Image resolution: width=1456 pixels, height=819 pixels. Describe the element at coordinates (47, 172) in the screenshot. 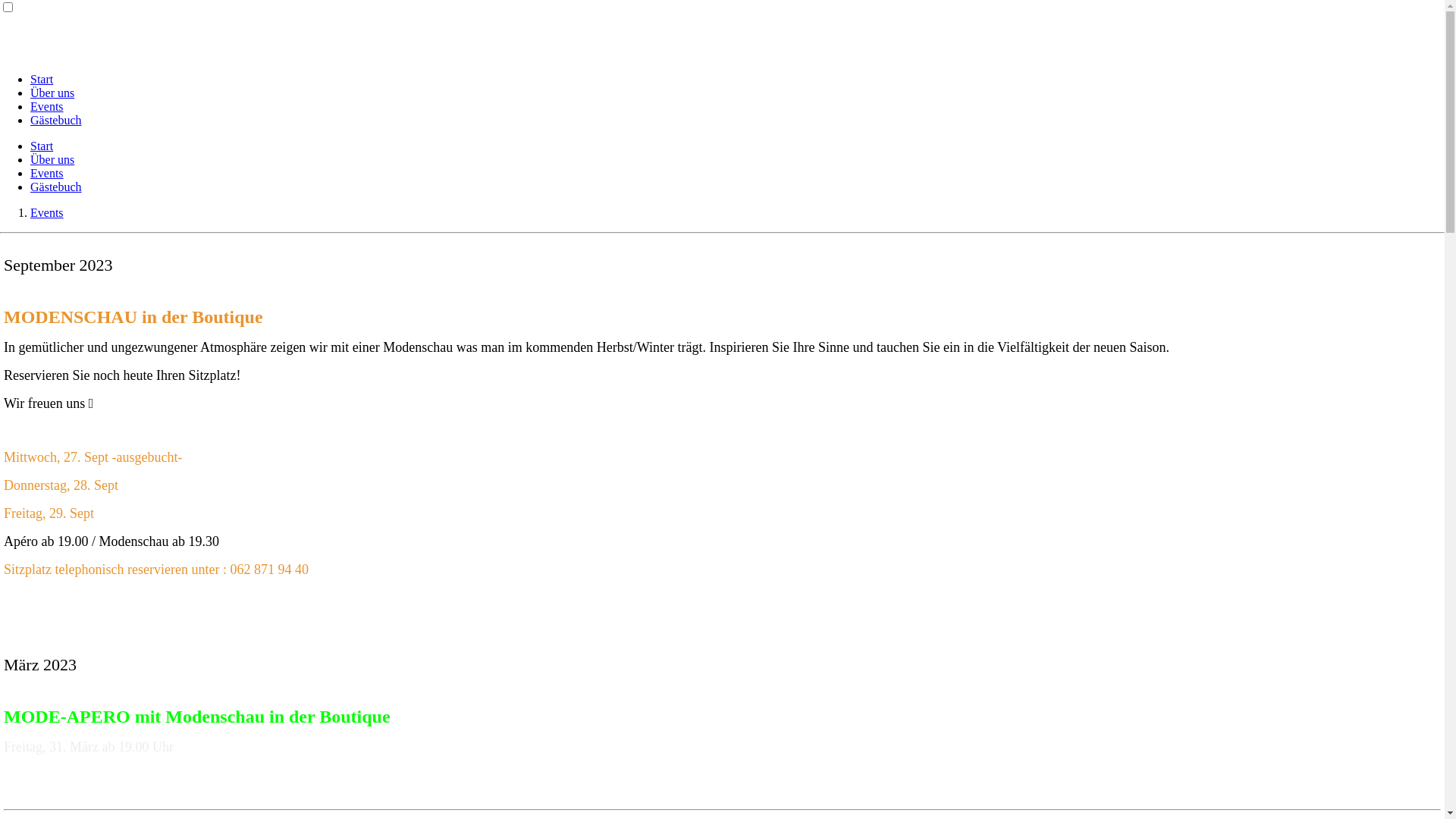

I see `'Events'` at that location.